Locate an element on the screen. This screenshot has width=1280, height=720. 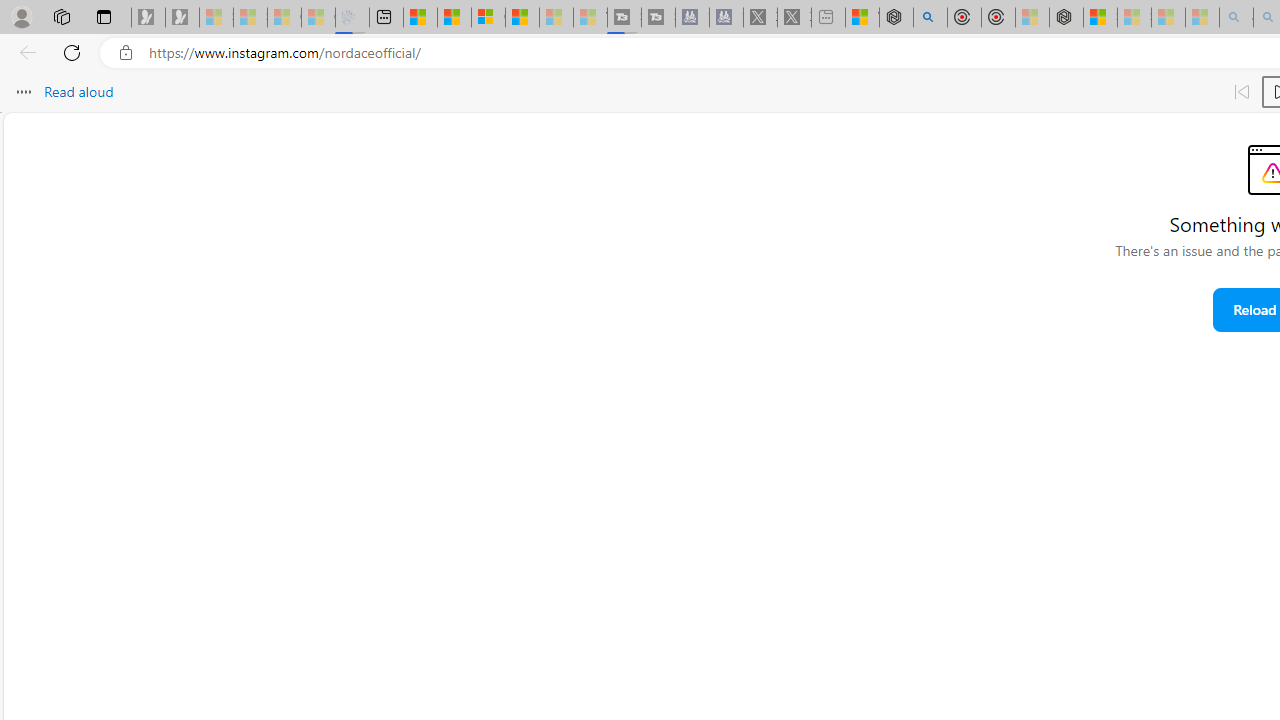
'X - Sleeping' is located at coordinates (793, 17).